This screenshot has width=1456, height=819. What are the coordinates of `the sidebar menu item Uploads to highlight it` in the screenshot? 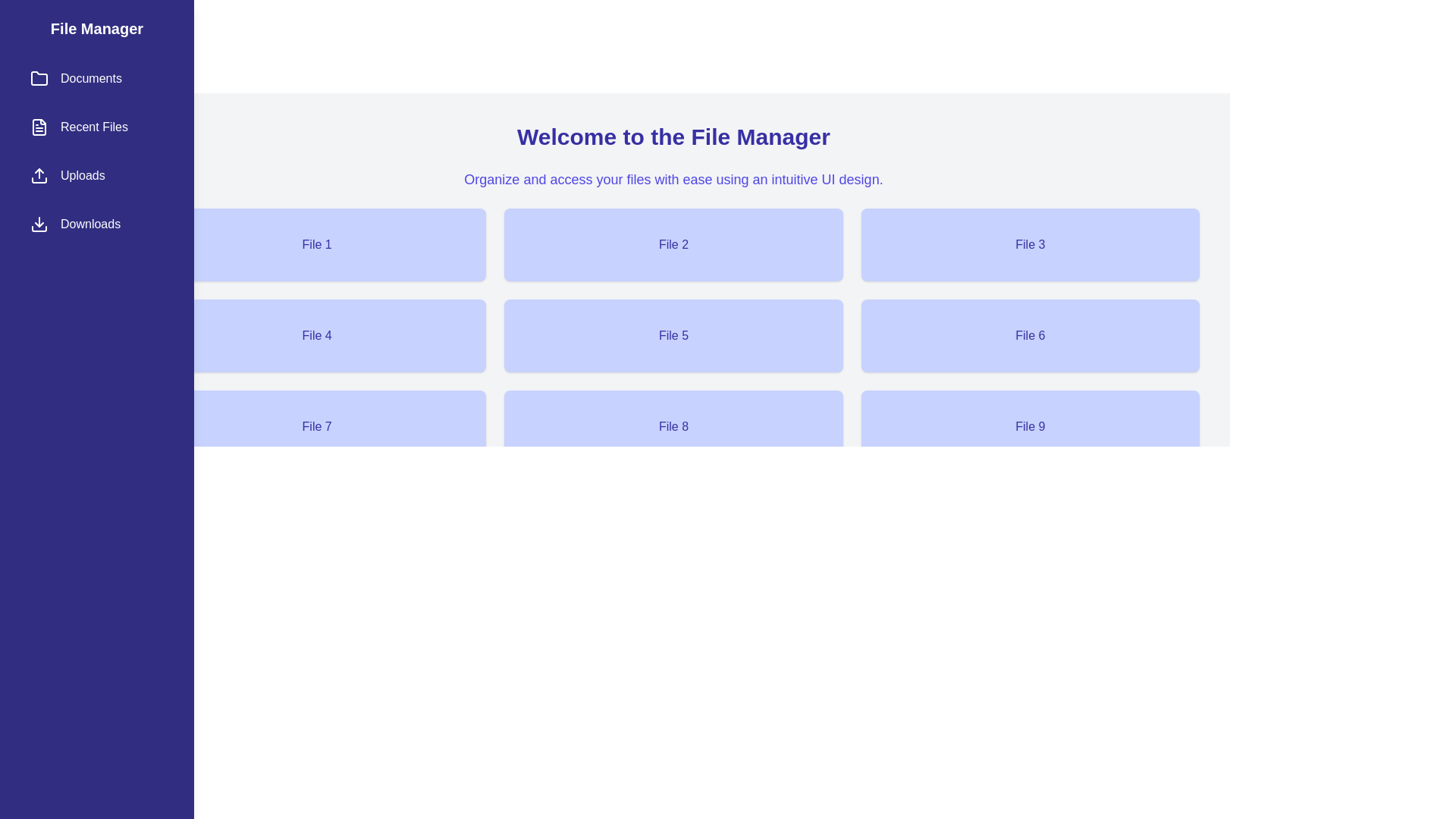 It's located at (96, 174).